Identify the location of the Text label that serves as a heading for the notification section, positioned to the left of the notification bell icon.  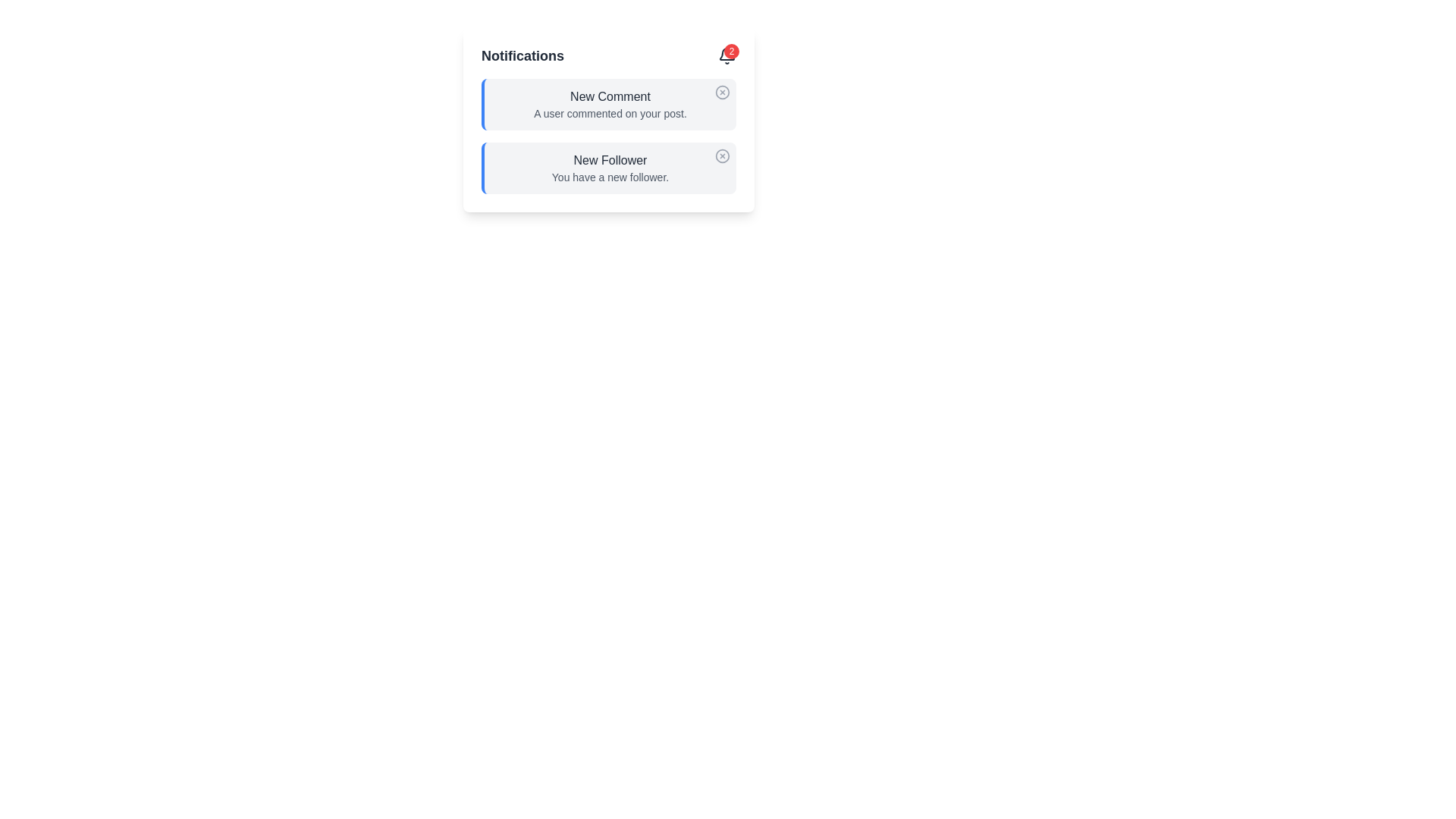
(522, 55).